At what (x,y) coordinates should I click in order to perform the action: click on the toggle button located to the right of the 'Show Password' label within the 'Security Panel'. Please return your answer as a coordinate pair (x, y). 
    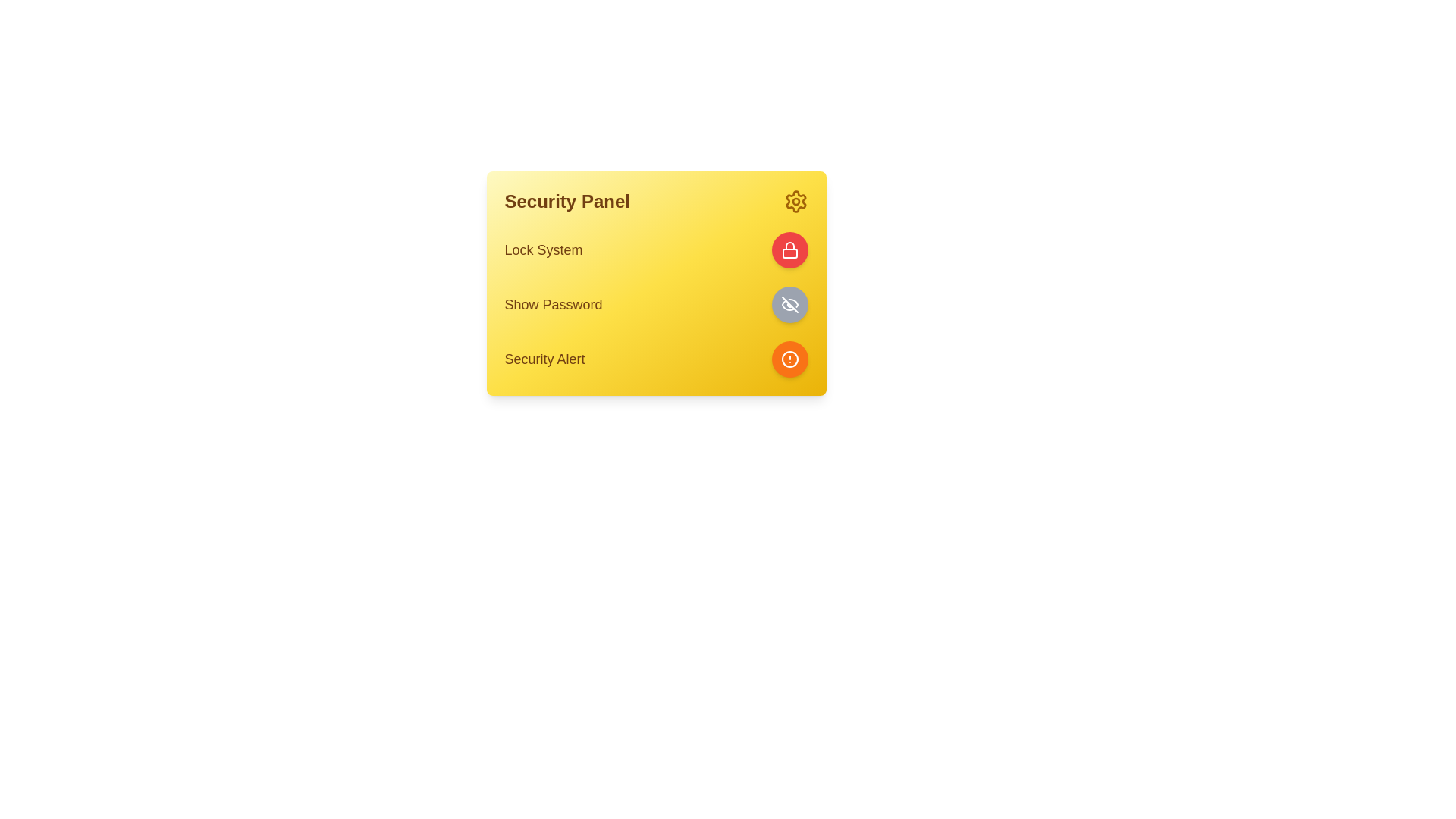
    Looking at the image, I should click on (789, 304).